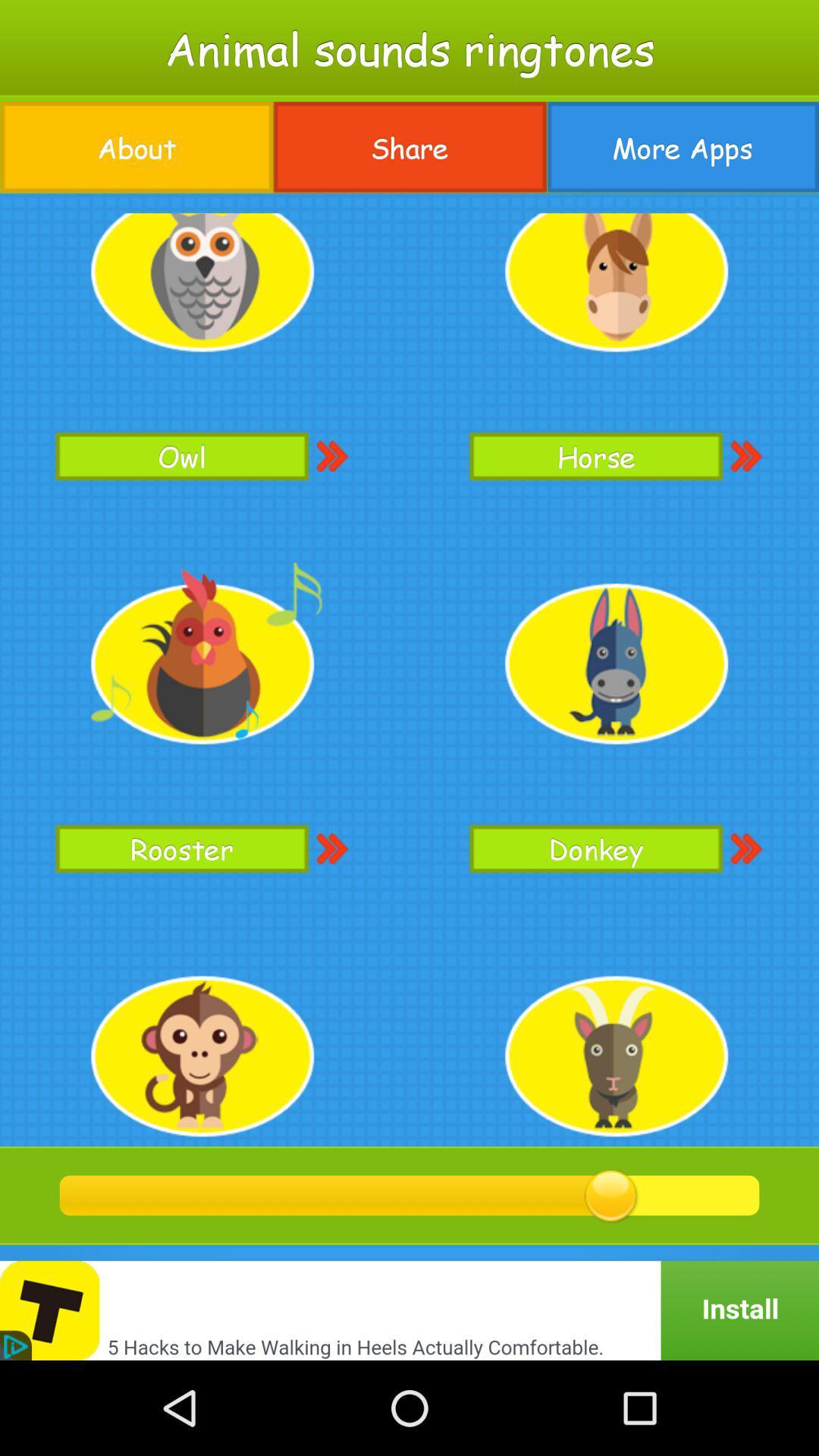  I want to click on more apps item, so click(682, 147).